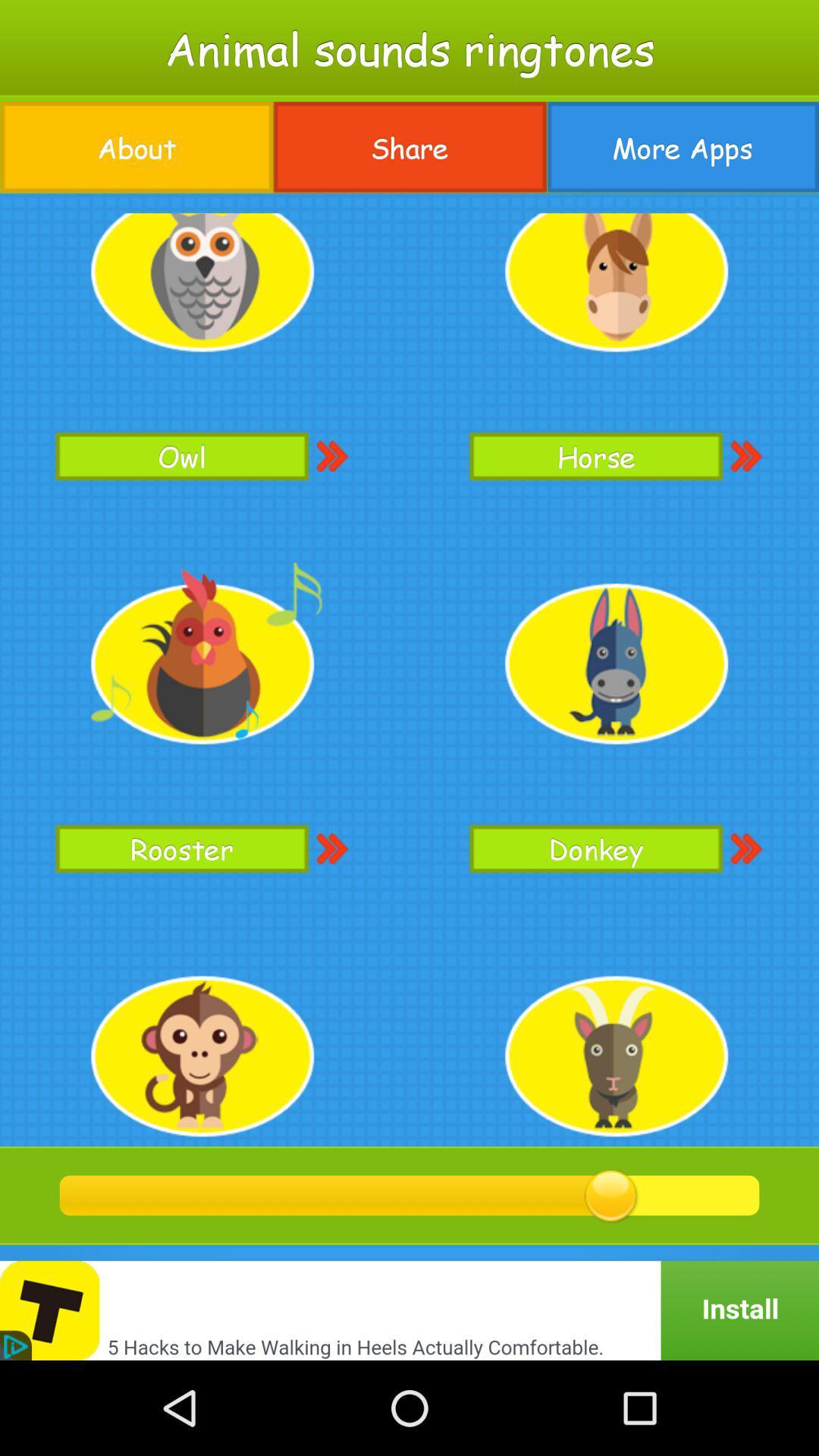  I want to click on more apps item, so click(682, 147).